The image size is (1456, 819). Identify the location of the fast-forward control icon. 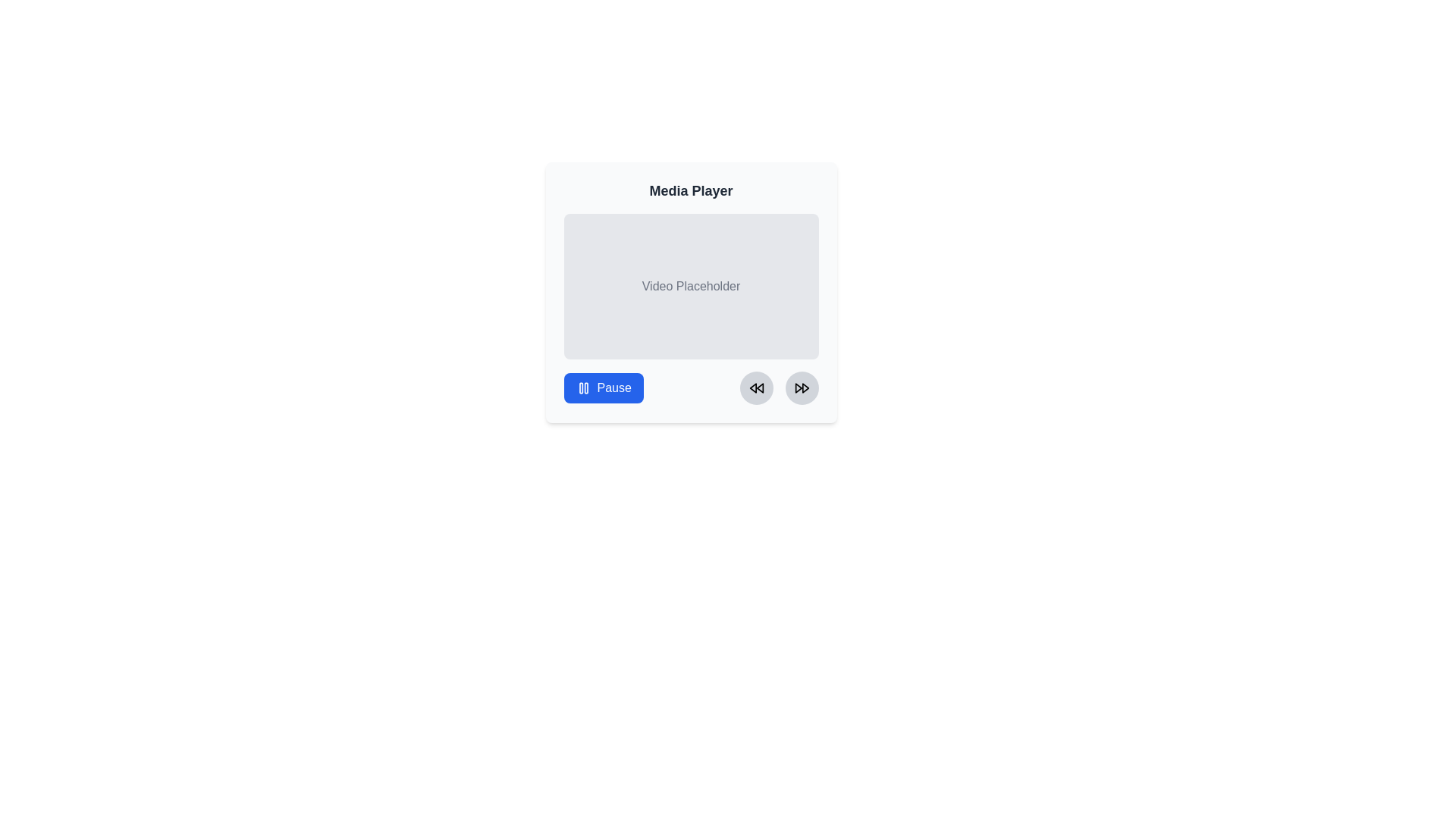
(797, 388).